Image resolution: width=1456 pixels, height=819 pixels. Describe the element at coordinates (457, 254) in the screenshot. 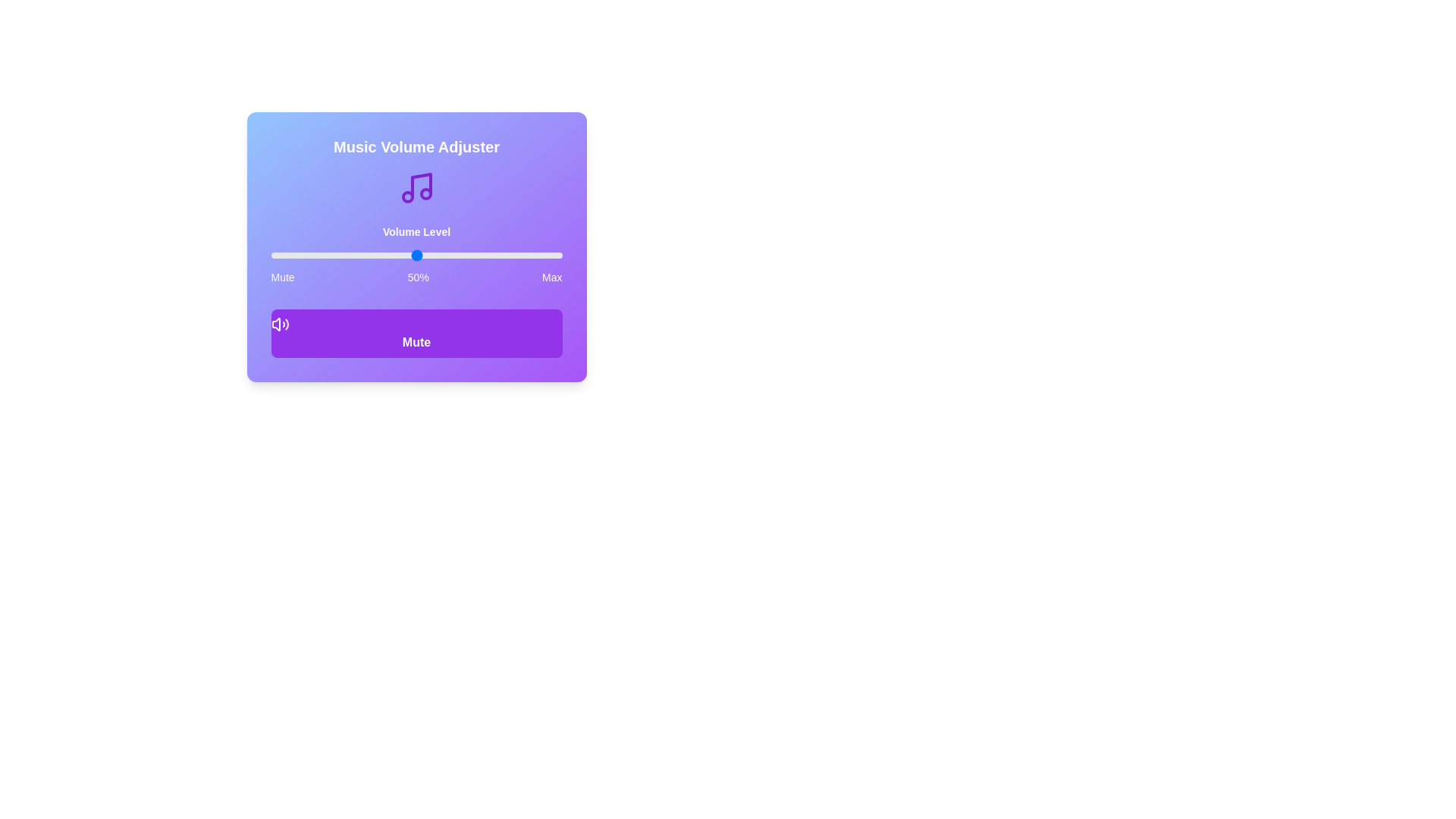

I see `the volume slider to set the volume to 64%` at that location.